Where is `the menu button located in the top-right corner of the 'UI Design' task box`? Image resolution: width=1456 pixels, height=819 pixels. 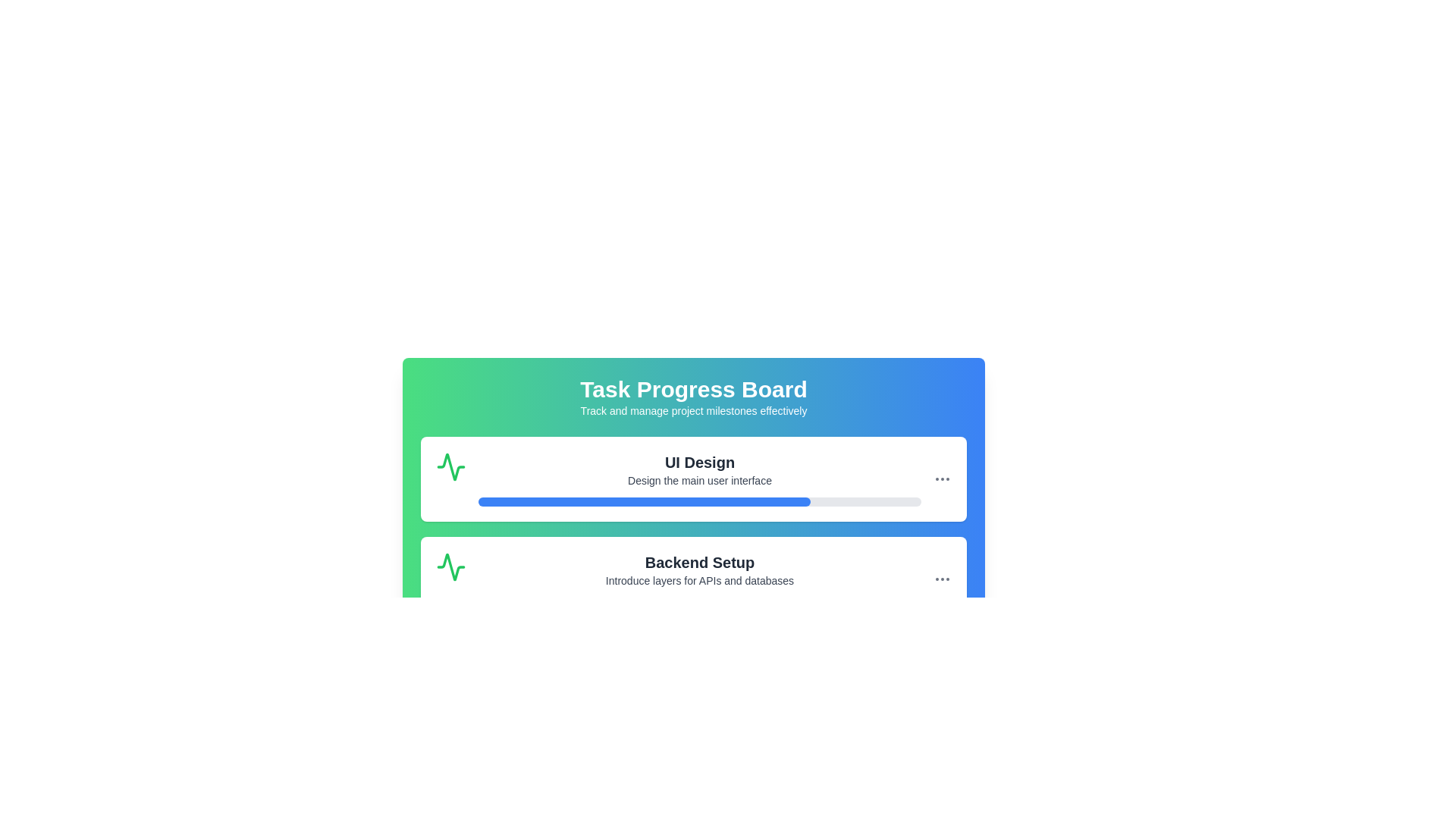
the menu button located in the top-right corner of the 'UI Design' task box is located at coordinates (942, 479).